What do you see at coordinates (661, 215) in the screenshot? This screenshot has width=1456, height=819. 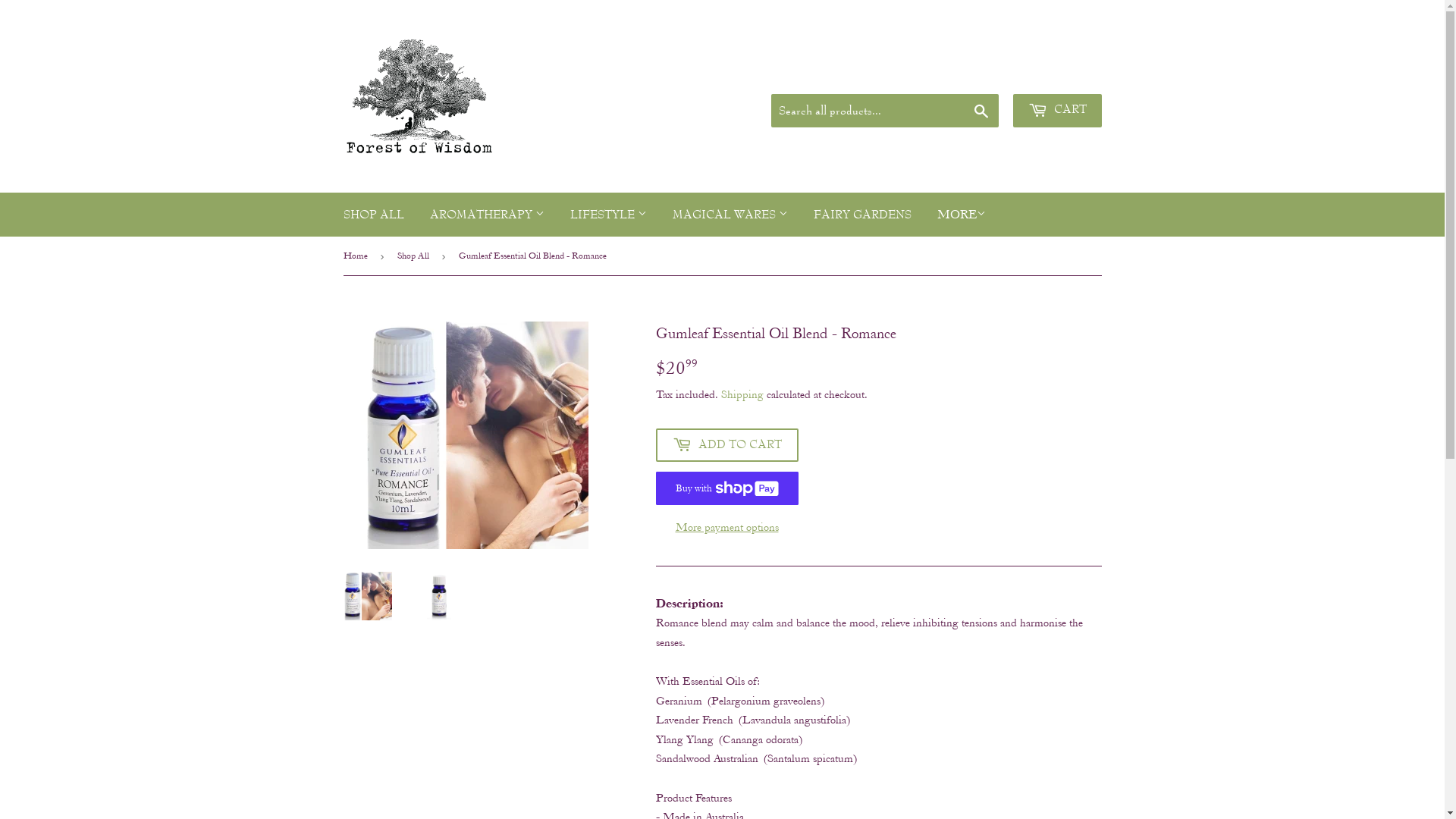 I see `'MAGICAL WARES'` at bounding box center [661, 215].